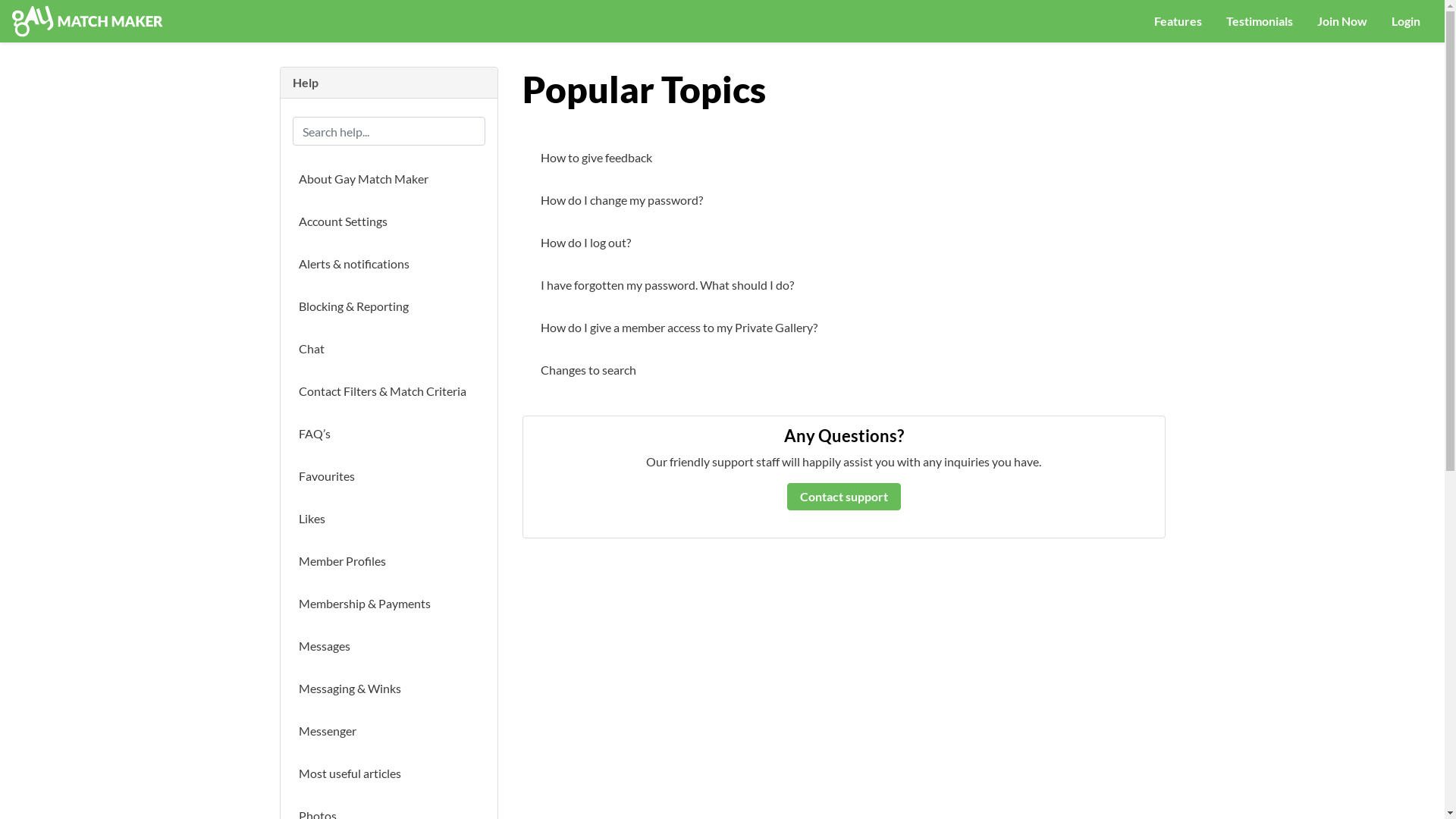  Describe the element at coordinates (1177, 20) in the screenshot. I see `'Features'` at that location.